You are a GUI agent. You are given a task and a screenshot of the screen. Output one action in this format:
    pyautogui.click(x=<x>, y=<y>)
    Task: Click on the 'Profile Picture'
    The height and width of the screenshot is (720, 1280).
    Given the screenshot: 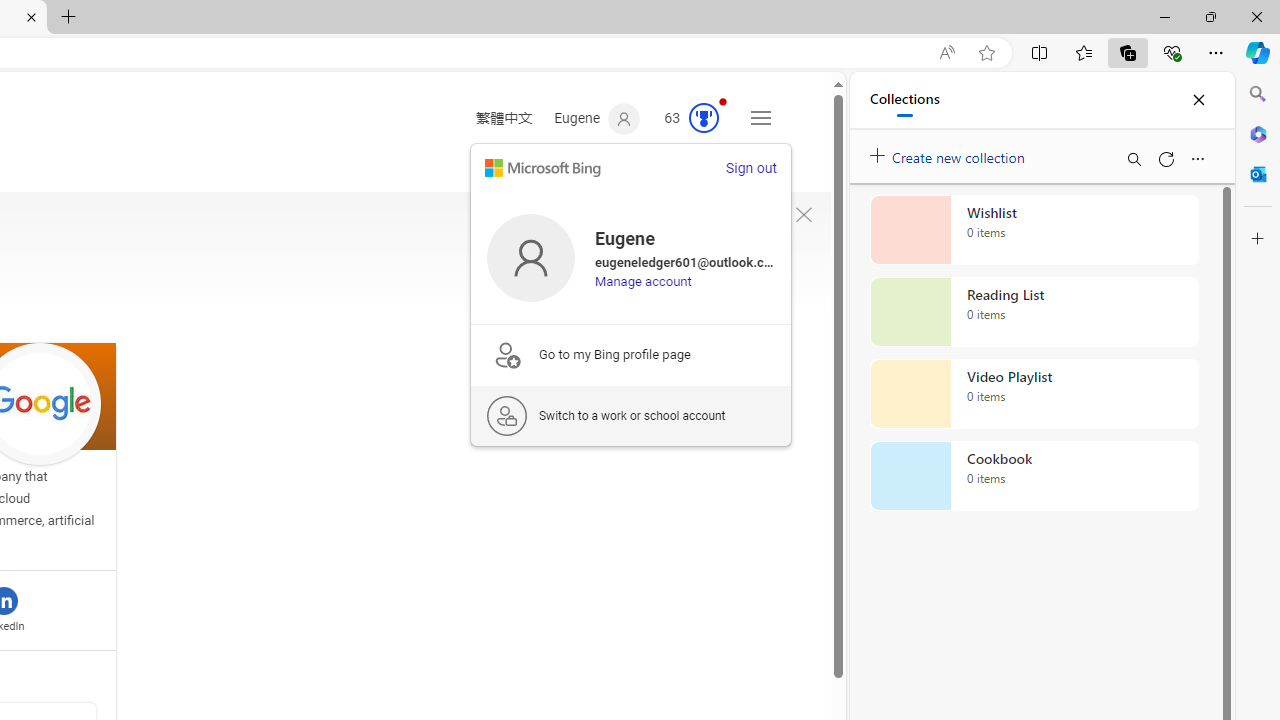 What is the action you would take?
    pyautogui.click(x=530, y=256)
    